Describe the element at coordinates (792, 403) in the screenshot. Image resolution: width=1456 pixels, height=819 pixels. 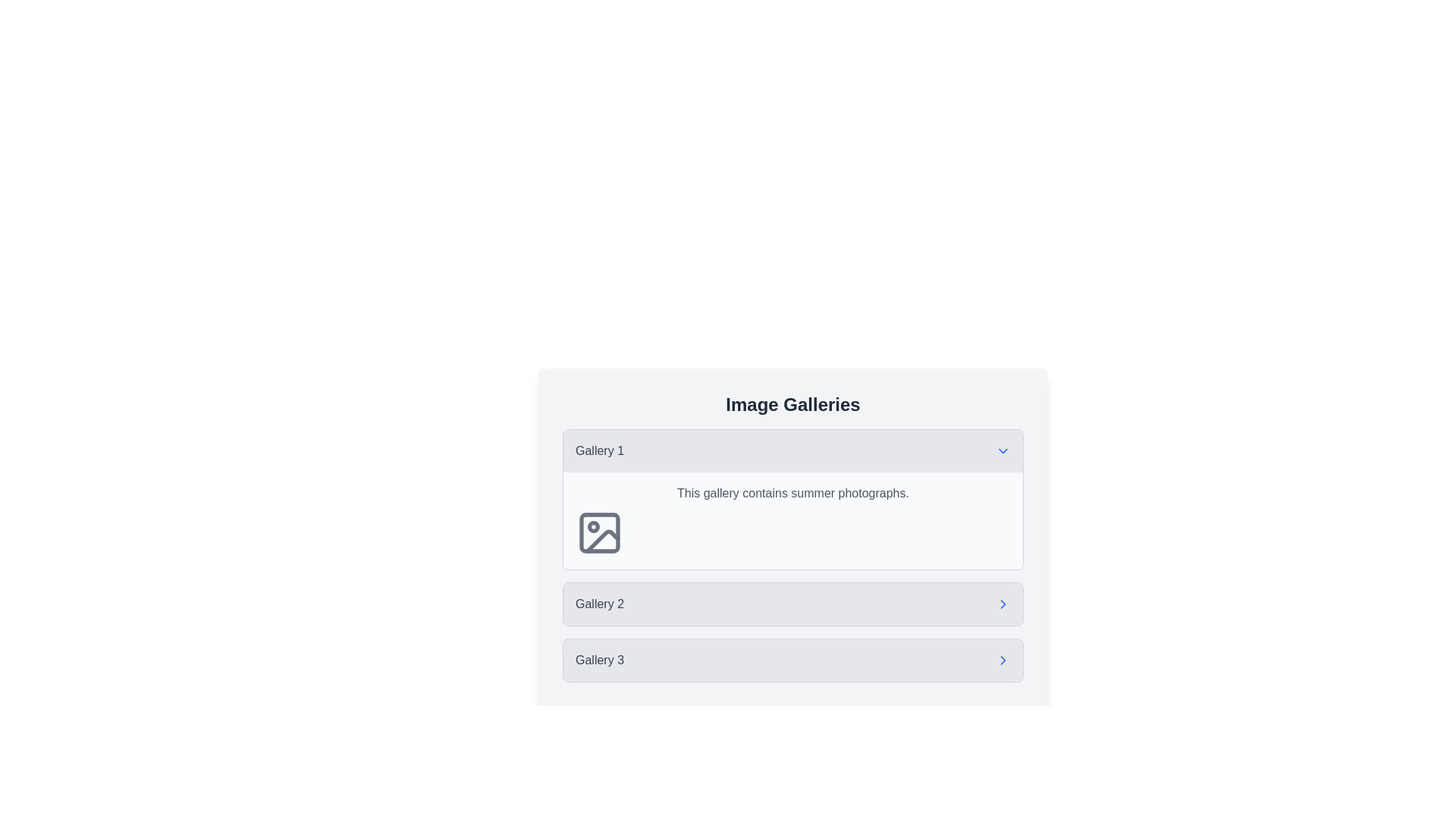
I see `the Text label that serves as the title or heading for the section, which is located at the top of the galleries` at that location.